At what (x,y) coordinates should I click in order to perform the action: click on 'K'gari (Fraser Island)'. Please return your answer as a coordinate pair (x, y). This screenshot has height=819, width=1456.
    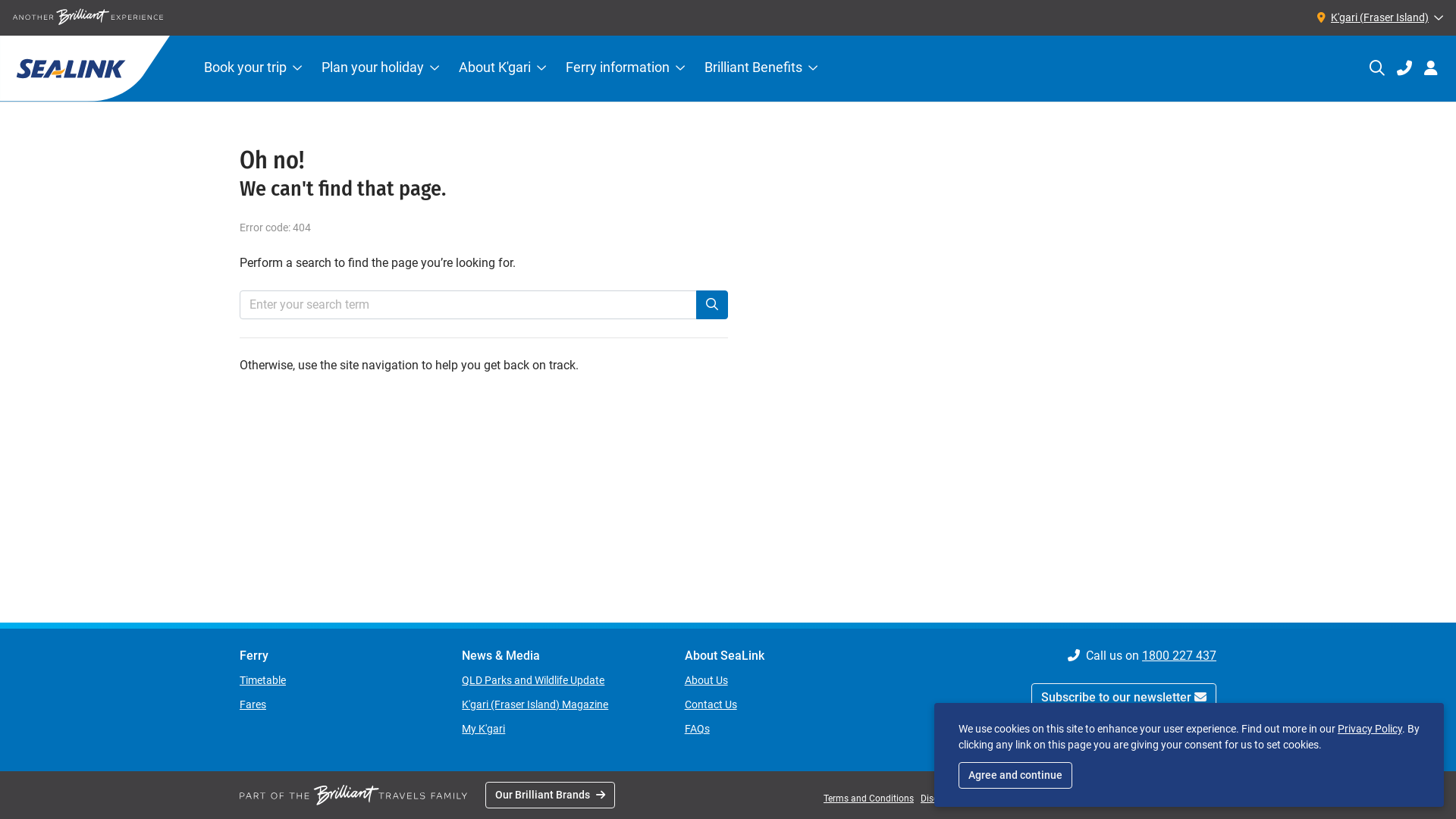
    Looking at the image, I should click on (1376, 17).